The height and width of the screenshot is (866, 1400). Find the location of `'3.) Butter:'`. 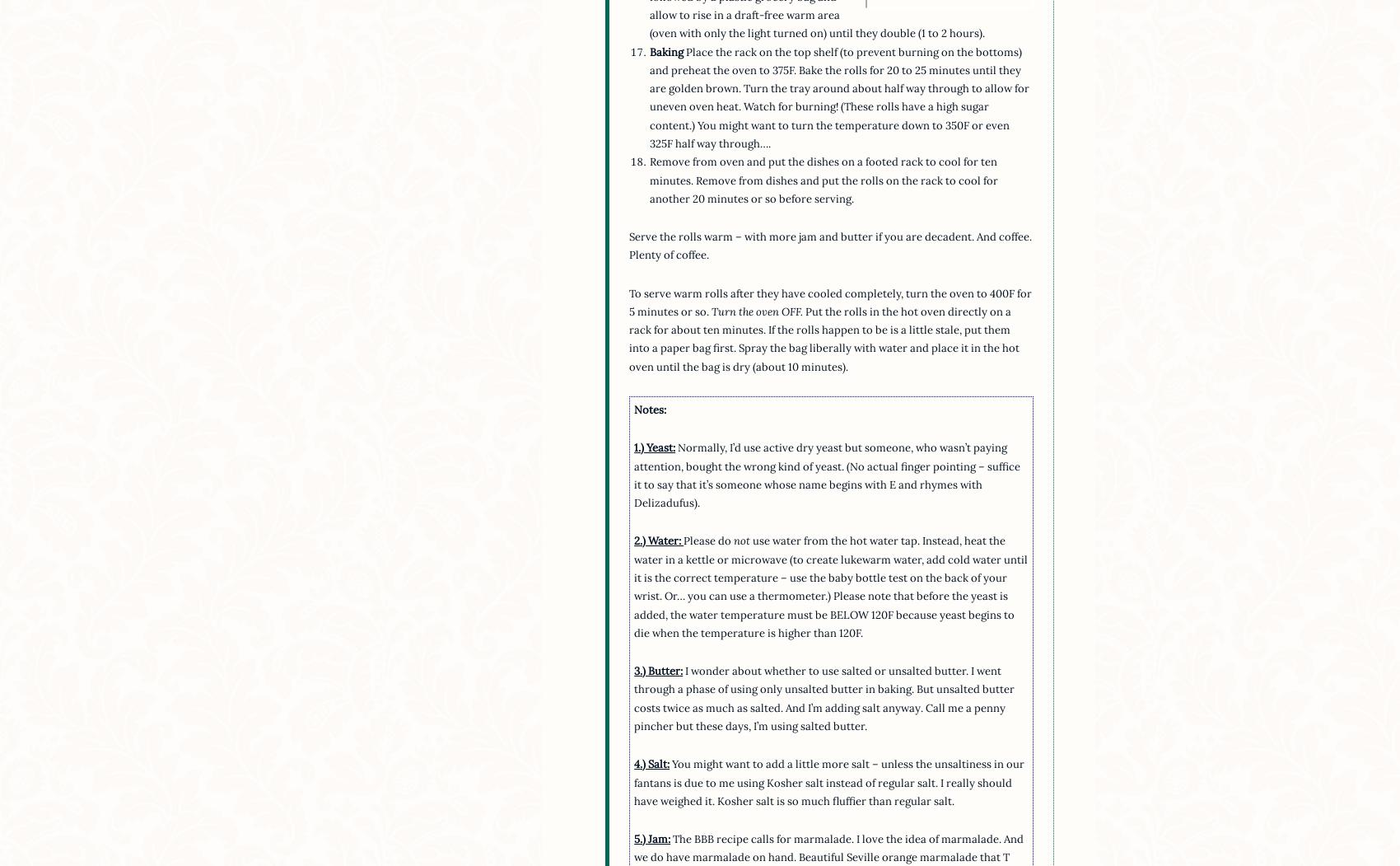

'3.) Butter:' is located at coordinates (657, 671).